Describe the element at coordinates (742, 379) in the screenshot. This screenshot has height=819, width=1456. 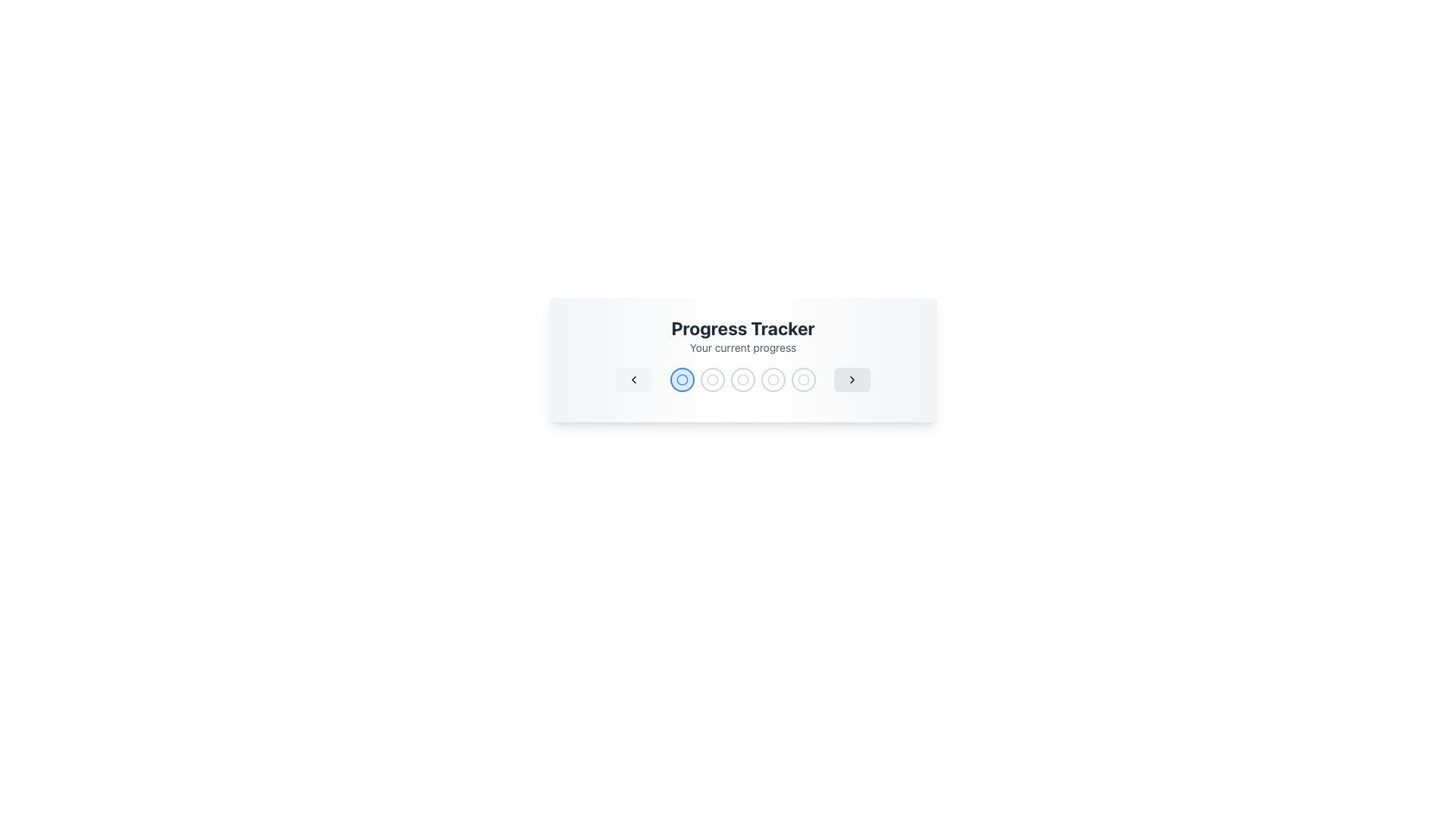
I see `the third circular progress indicator element, which has a gray border and a hollow circle inside, located centrally among other indicators` at that location.